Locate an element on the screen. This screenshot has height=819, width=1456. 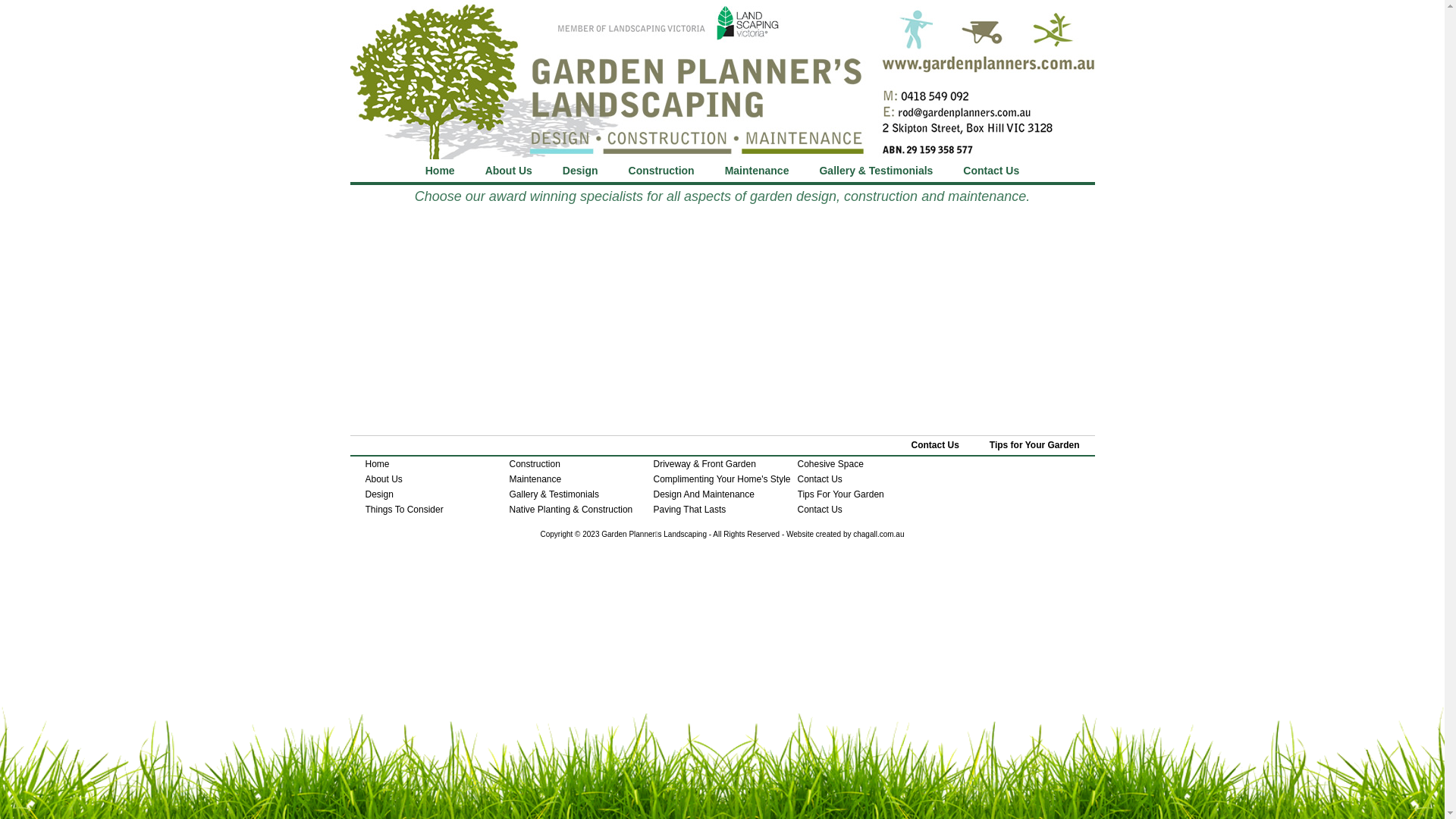
'Cohesive Space' is located at coordinates (830, 463).